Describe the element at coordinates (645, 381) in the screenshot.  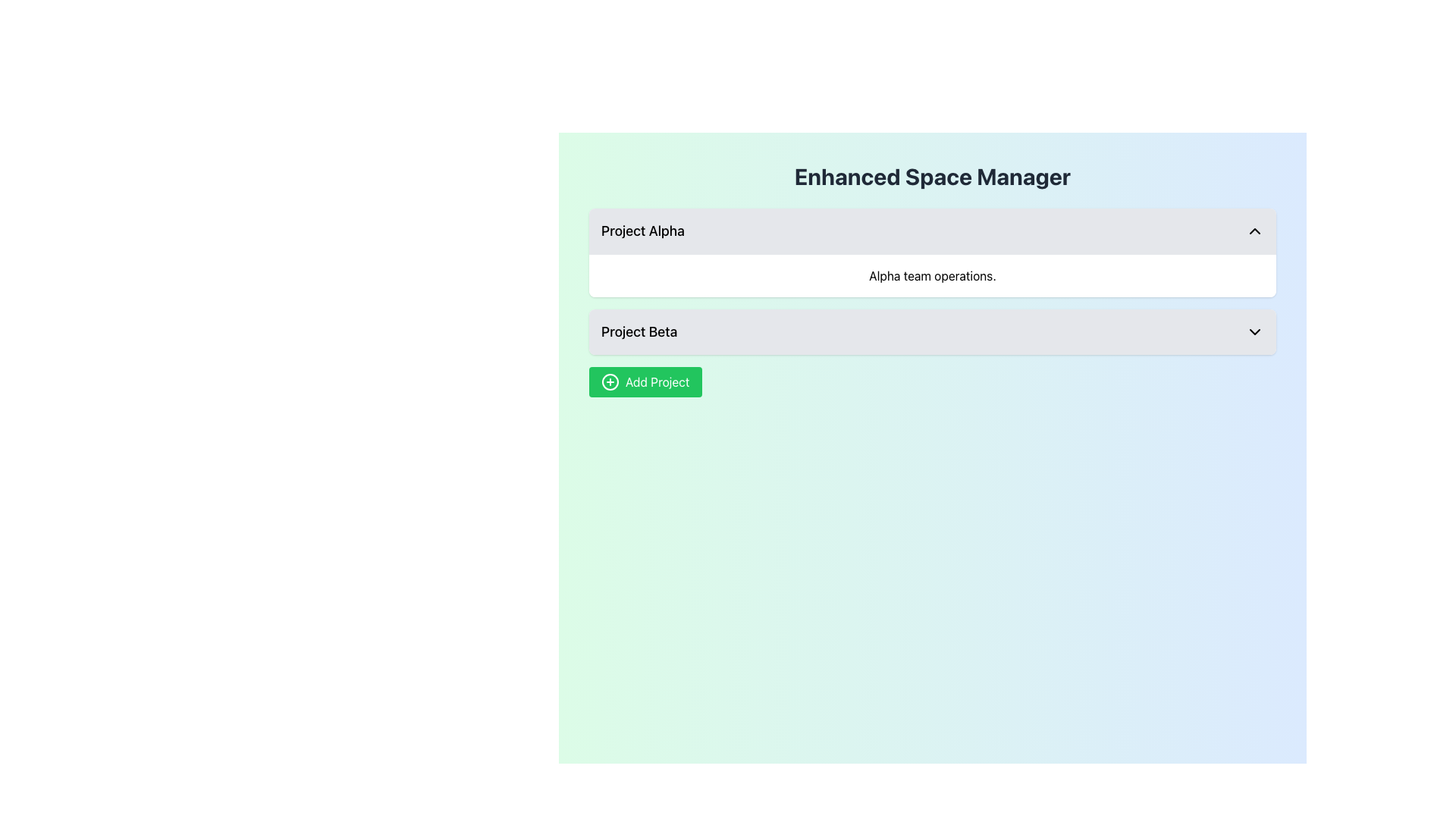
I see `the button located at the bottom left of the content area` at that location.